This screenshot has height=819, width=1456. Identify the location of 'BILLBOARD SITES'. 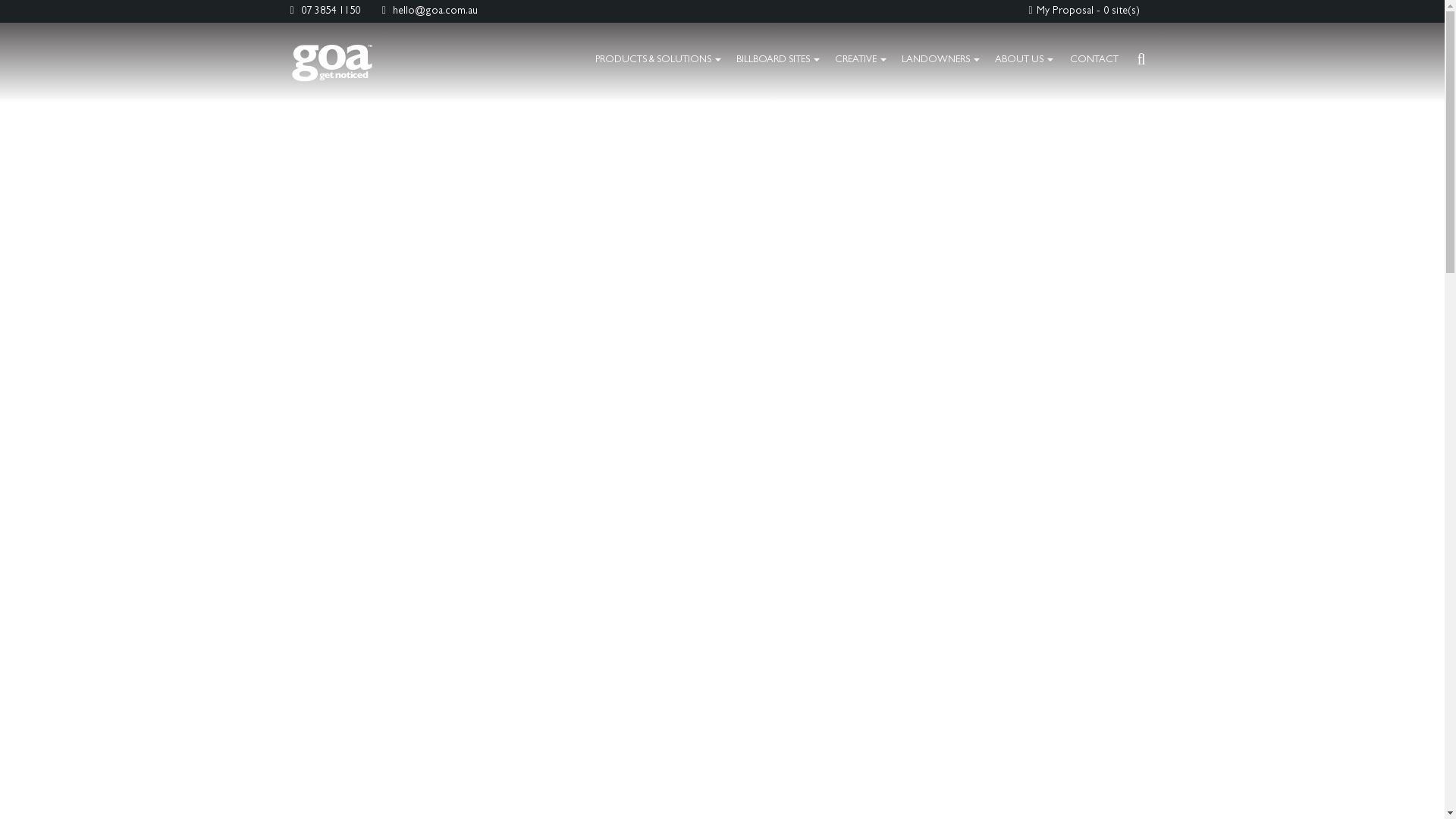
(778, 60).